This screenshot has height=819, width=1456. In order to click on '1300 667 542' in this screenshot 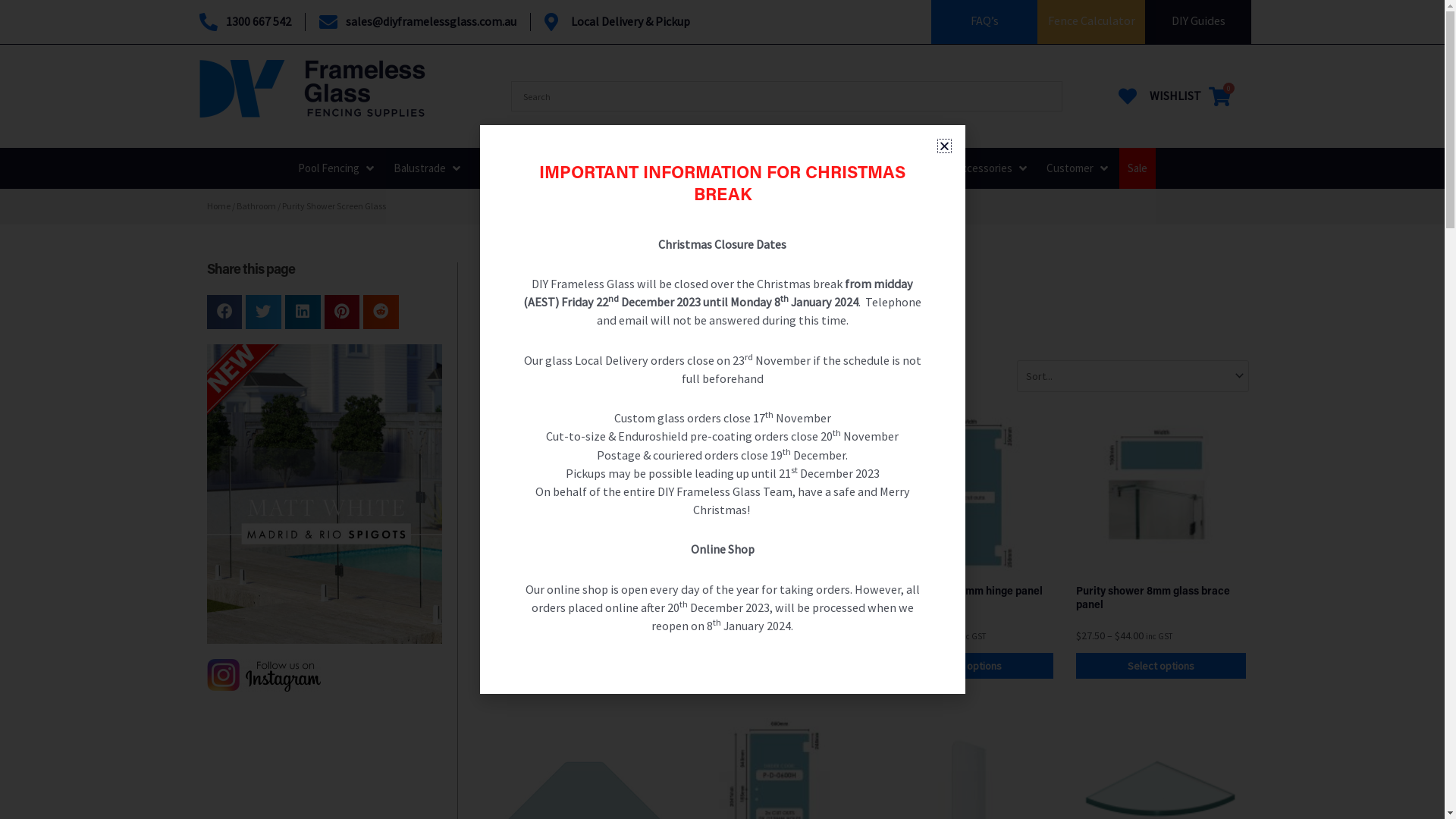, I will do `click(198, 22)`.